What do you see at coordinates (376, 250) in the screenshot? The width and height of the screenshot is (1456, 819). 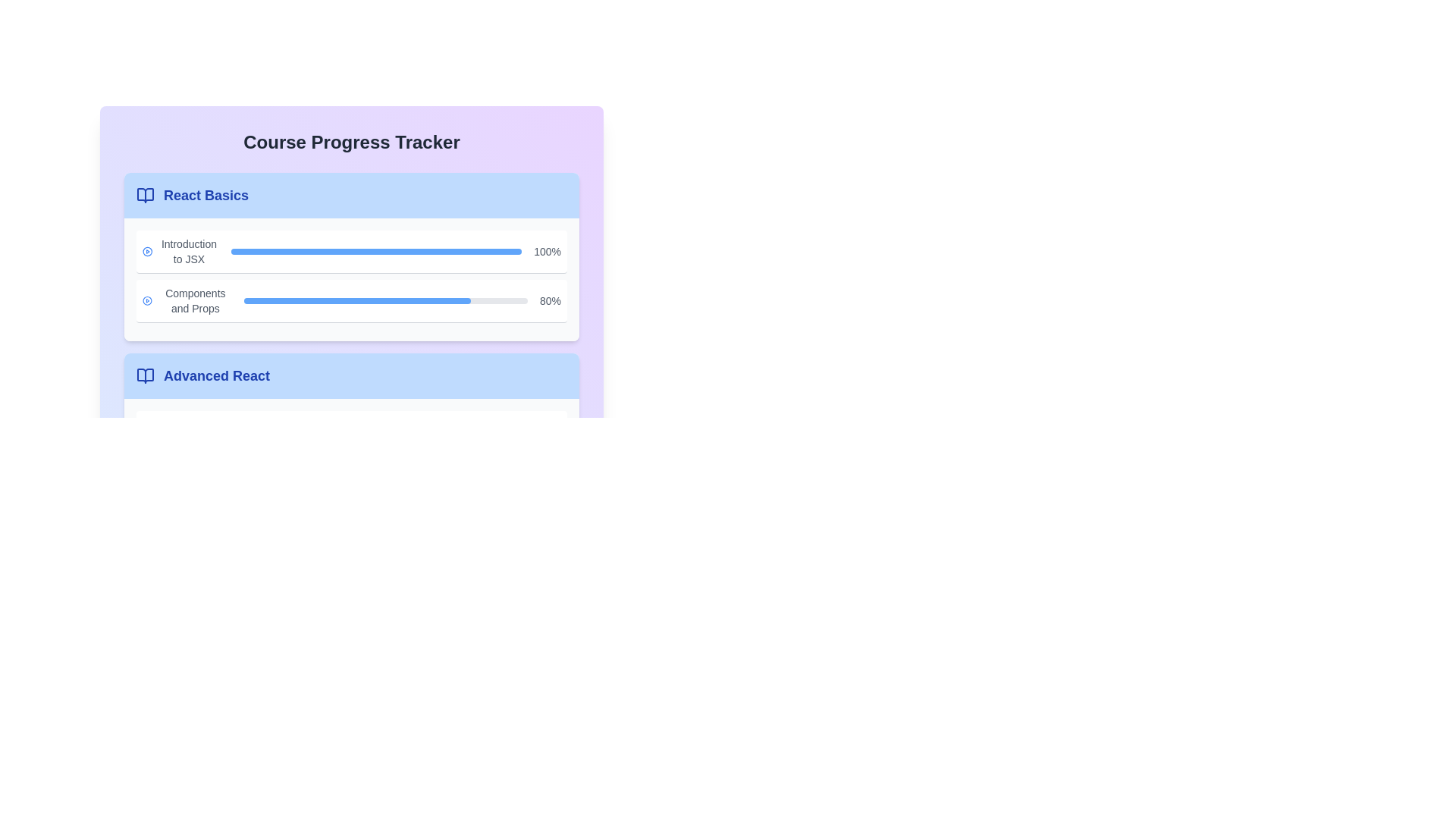 I see `the progress bar indicating 100% completion, which is styled with a gray background and blue filling, located within the 'Introduction to JSX' box` at bounding box center [376, 250].